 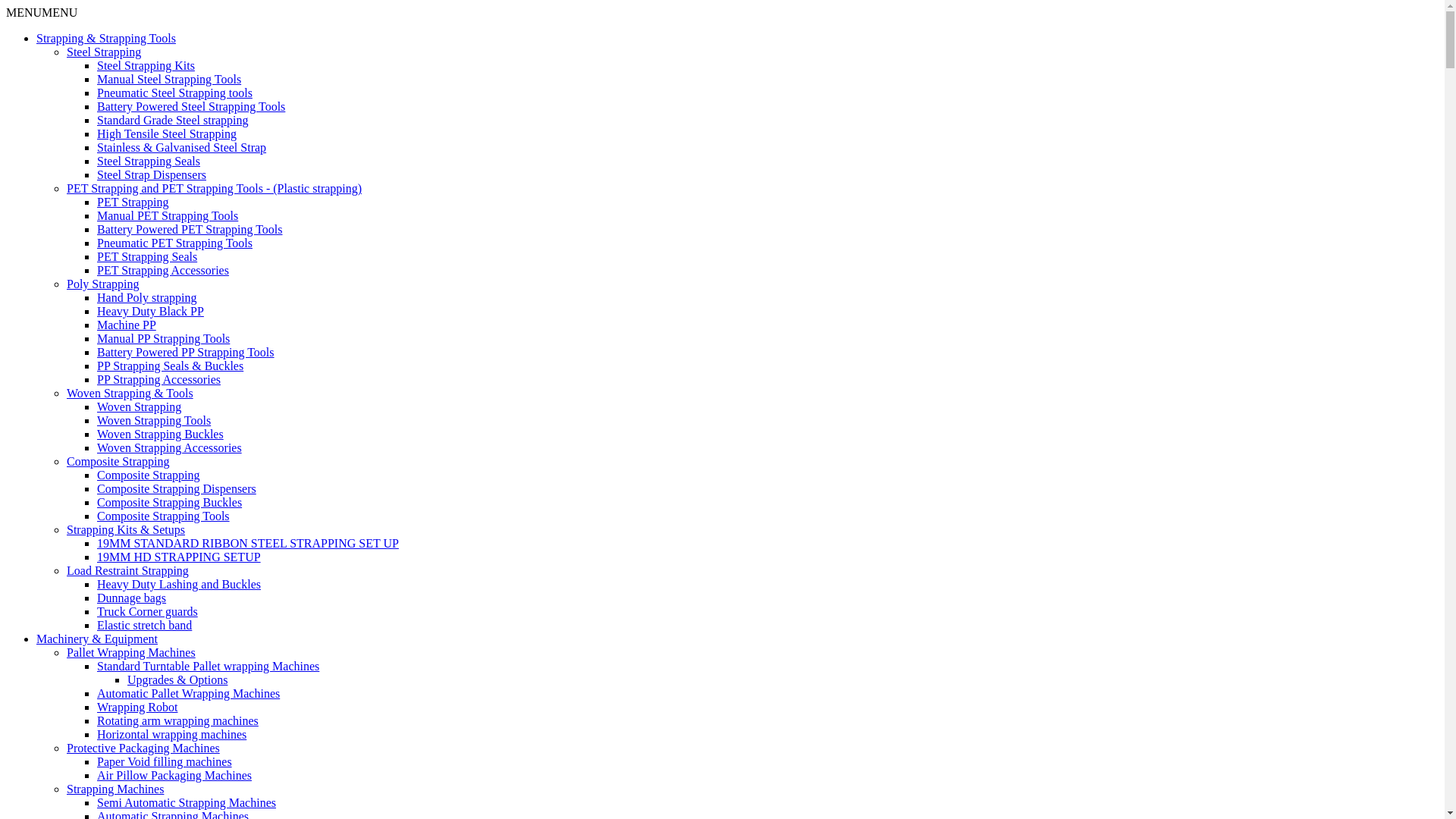 What do you see at coordinates (184, 352) in the screenshot?
I see `'Battery Powered PP Strapping Tools'` at bounding box center [184, 352].